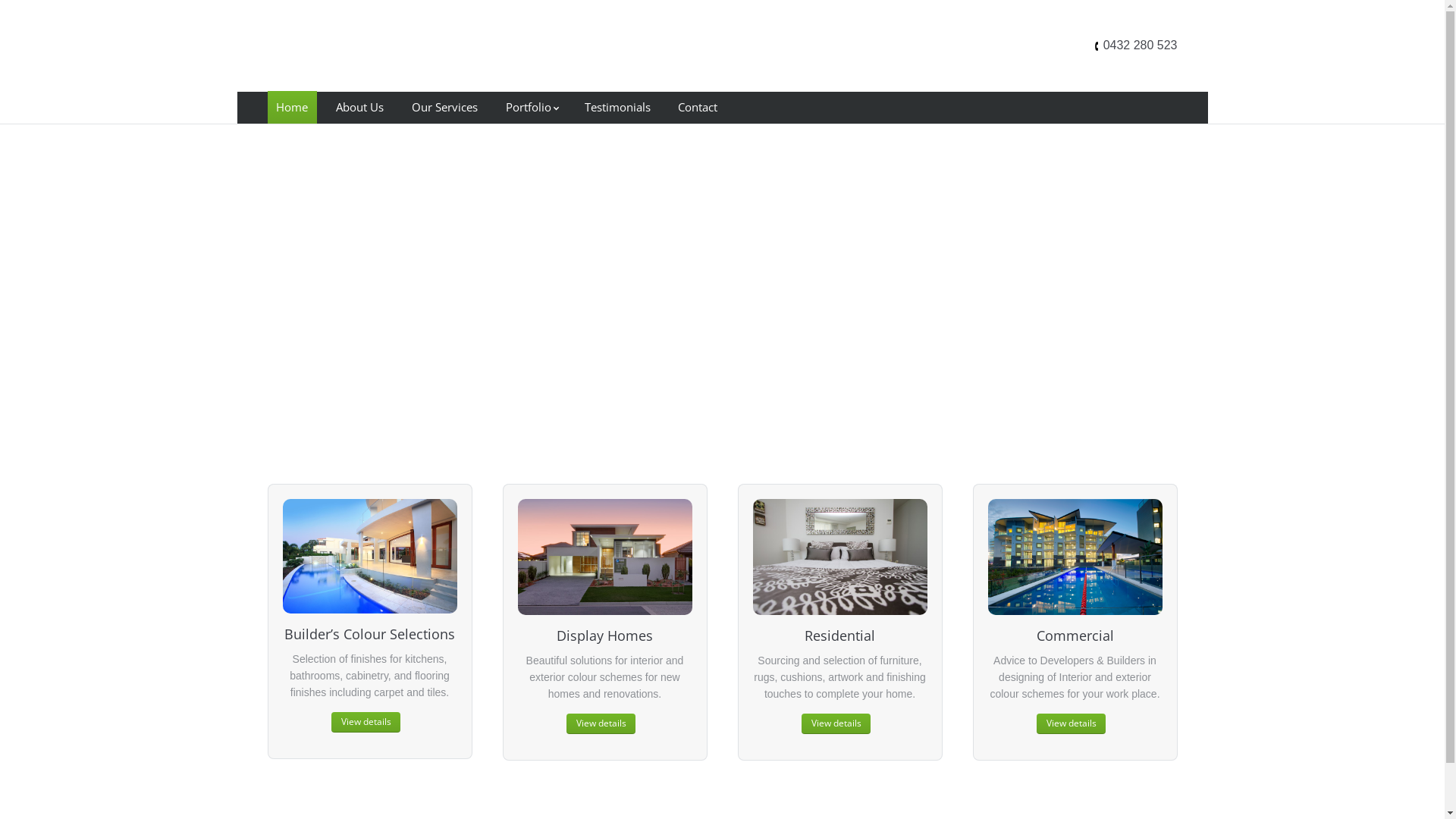 The width and height of the screenshot is (1456, 819). I want to click on 'Testimonials', so click(617, 106).